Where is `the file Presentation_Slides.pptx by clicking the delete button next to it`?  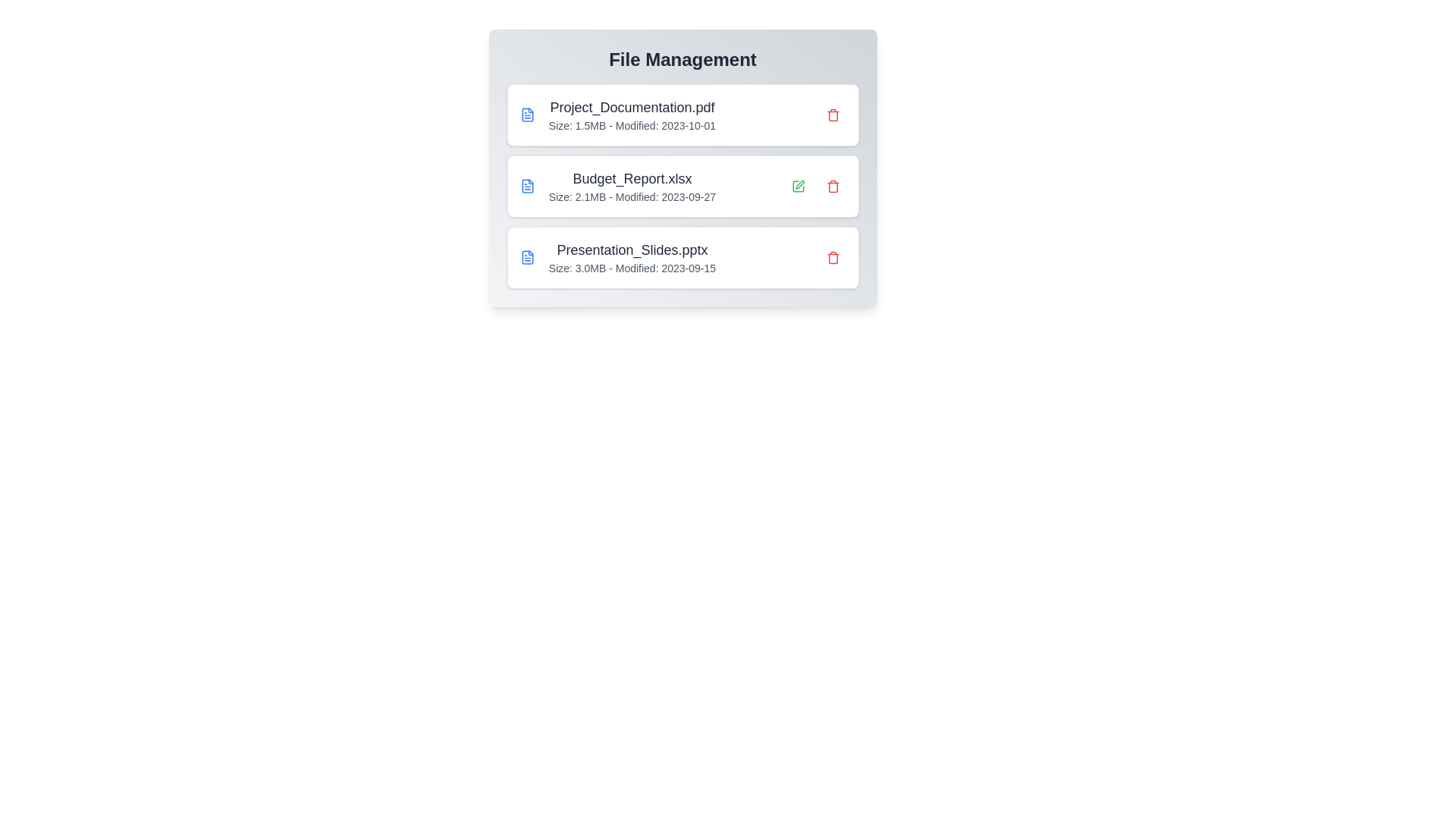 the file Presentation_Slides.pptx by clicking the delete button next to it is located at coordinates (832, 256).